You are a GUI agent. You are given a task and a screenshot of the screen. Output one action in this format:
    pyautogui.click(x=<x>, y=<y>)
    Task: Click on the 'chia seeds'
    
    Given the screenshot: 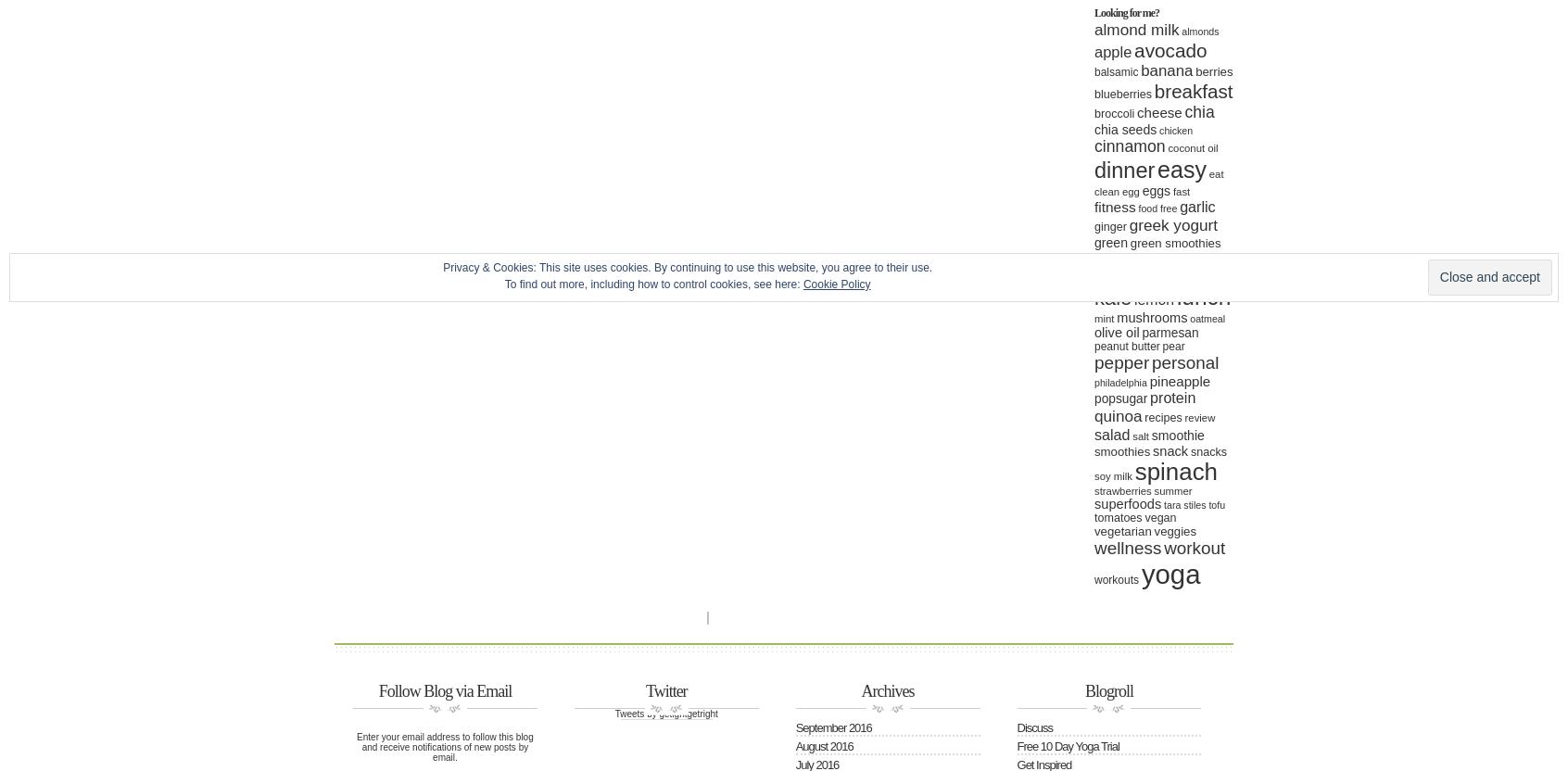 What is the action you would take?
    pyautogui.click(x=1125, y=130)
    